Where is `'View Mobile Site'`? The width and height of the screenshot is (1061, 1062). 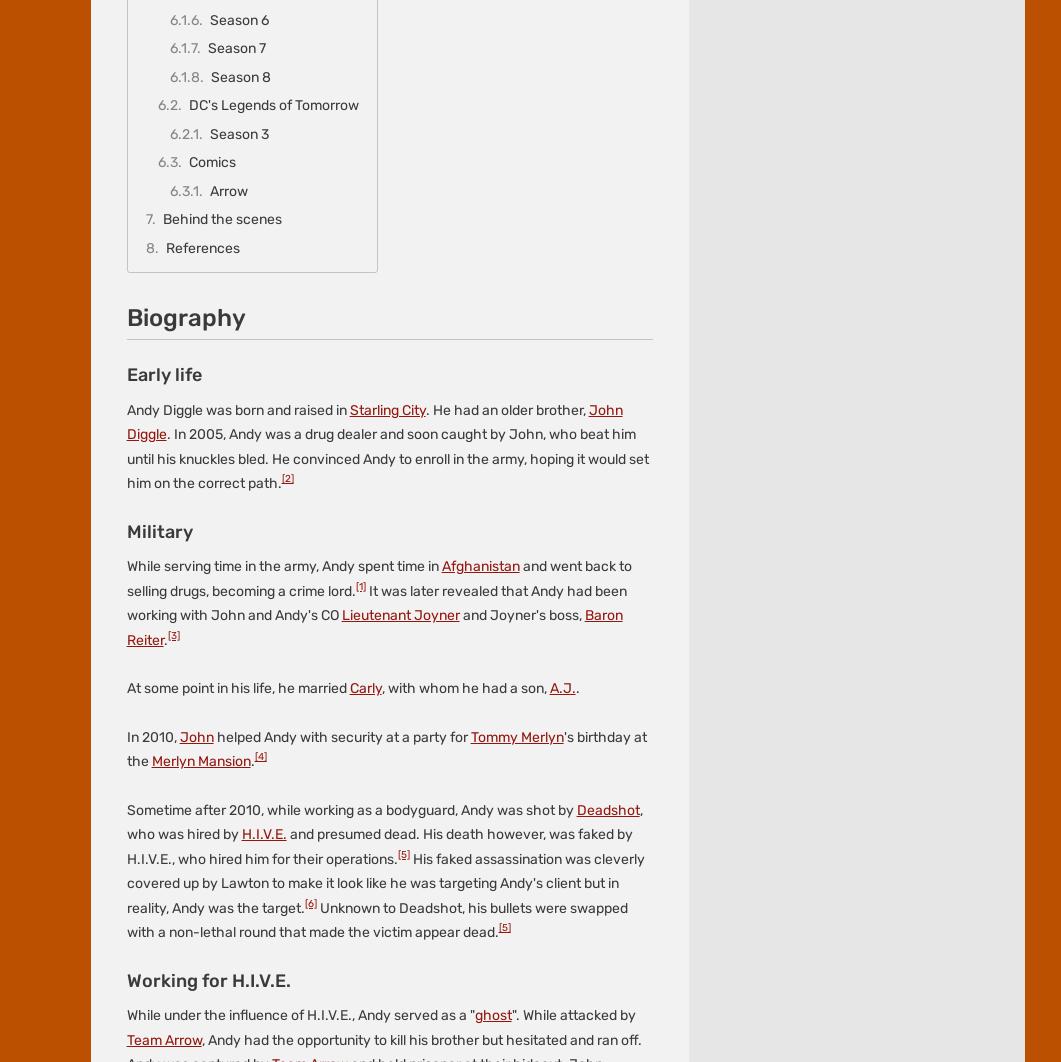 'View Mobile Site' is located at coordinates (503, 328).